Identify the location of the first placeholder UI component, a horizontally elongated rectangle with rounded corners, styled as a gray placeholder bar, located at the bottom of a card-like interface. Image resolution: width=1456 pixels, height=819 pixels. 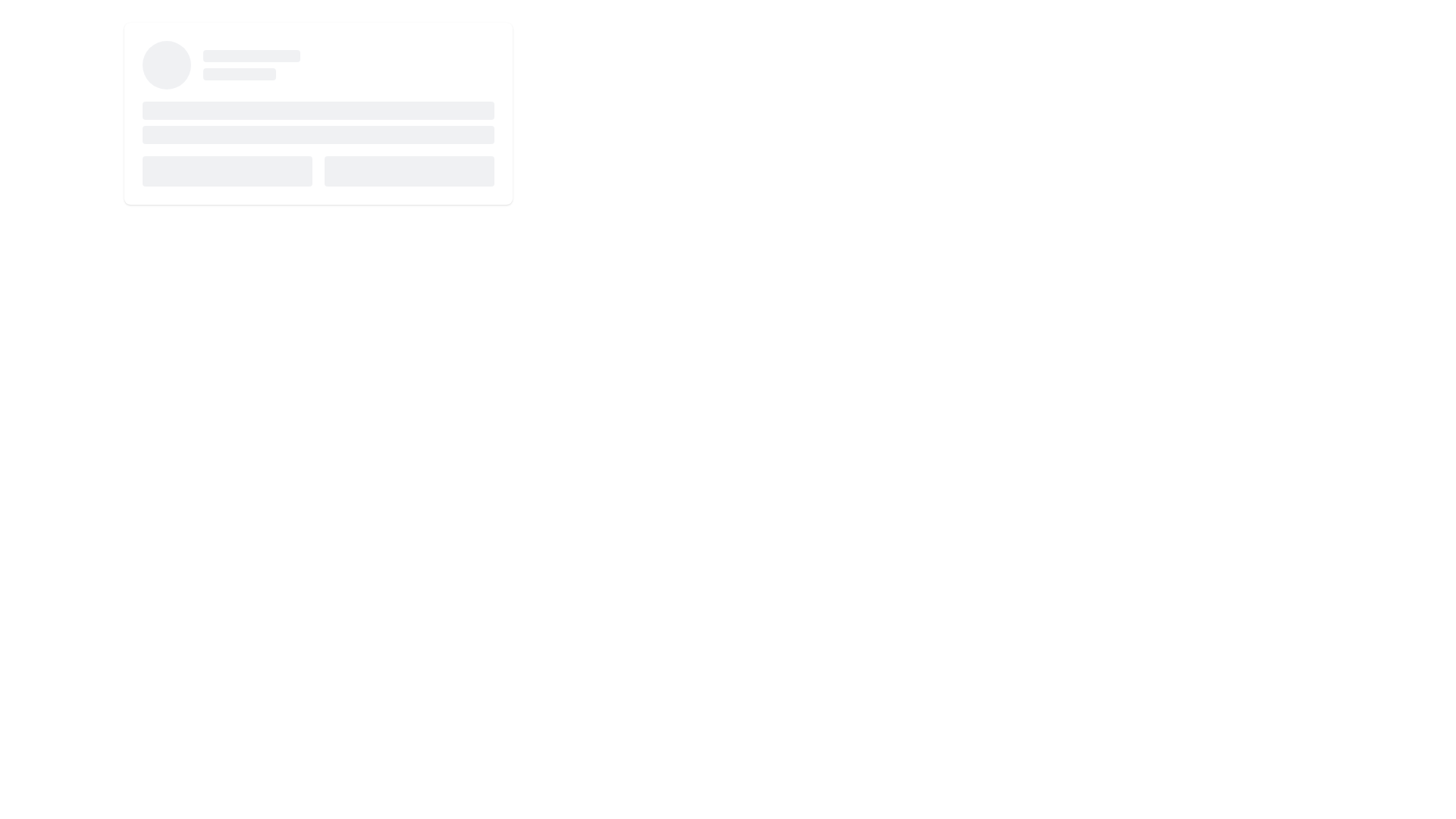
(226, 171).